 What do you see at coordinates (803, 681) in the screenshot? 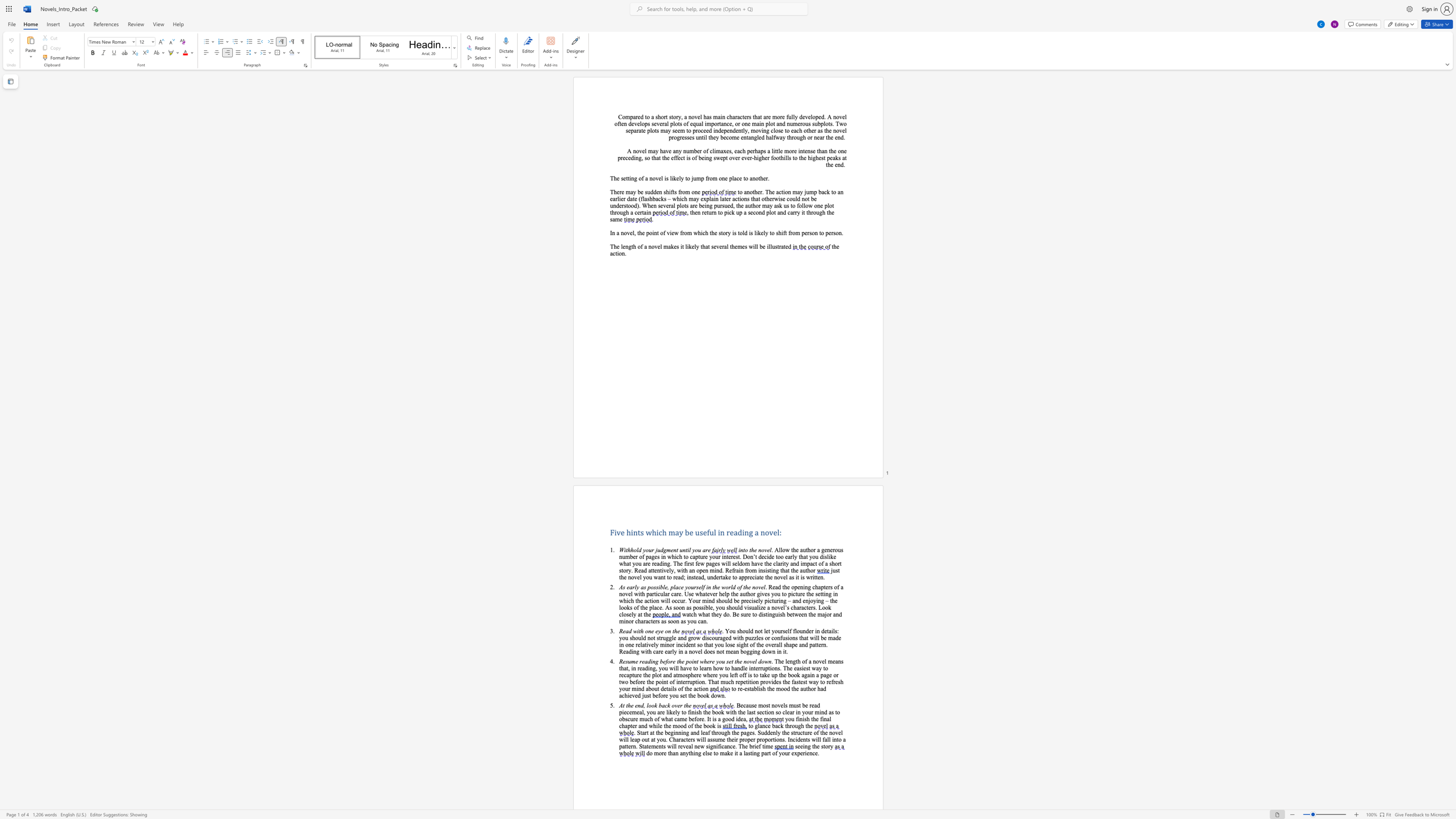
I see `the subset text "st way to refresh your mind ab" within the text "the fastest way to refresh your mind about details of the action"` at bounding box center [803, 681].